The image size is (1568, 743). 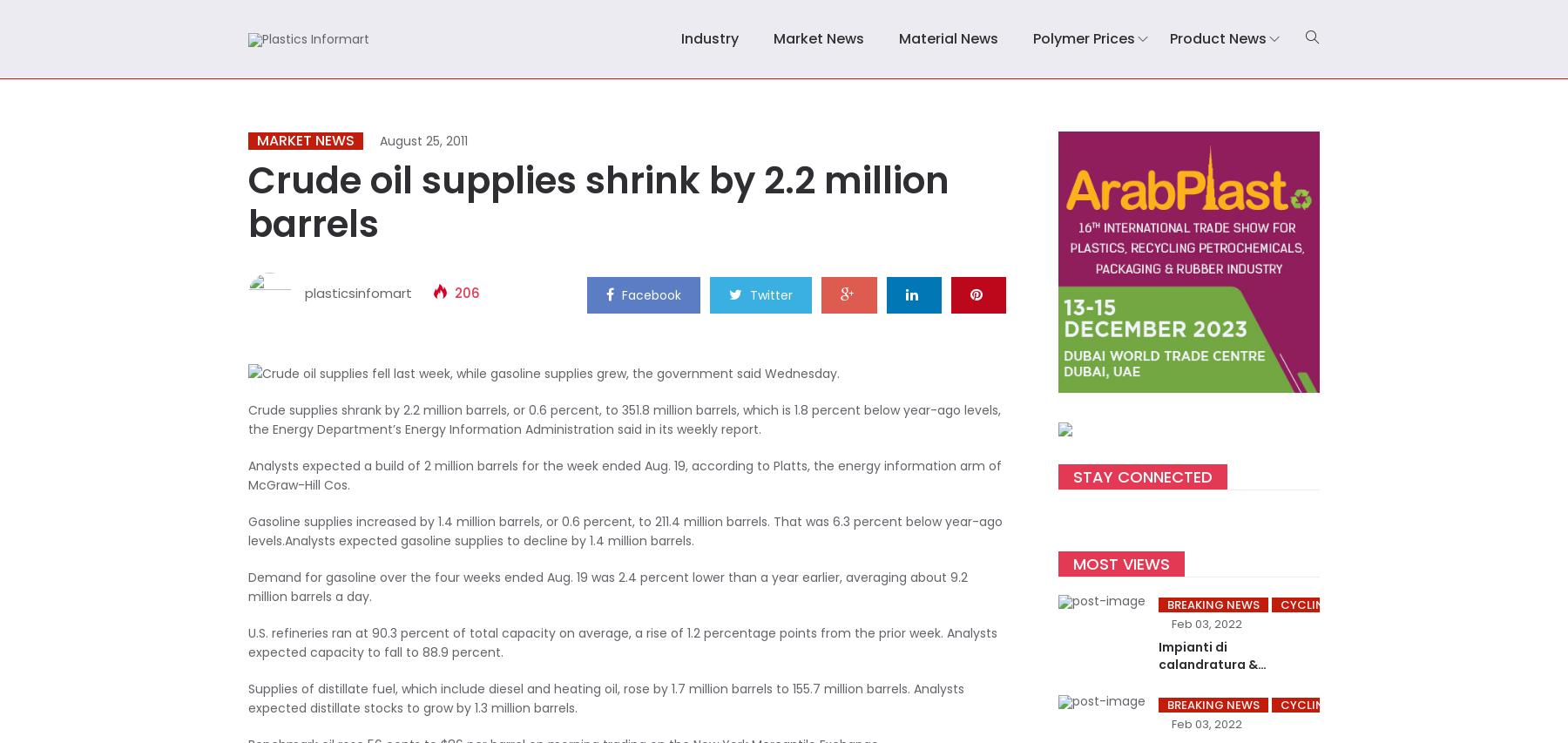 What do you see at coordinates (621, 642) in the screenshot?
I see `'U.S. refineries ran at 90.3 percent of total capacity on average, a rise of 1.2 percentage points from the prior week. Analysts expected capacity to fall to 88.9 percent.'` at bounding box center [621, 642].